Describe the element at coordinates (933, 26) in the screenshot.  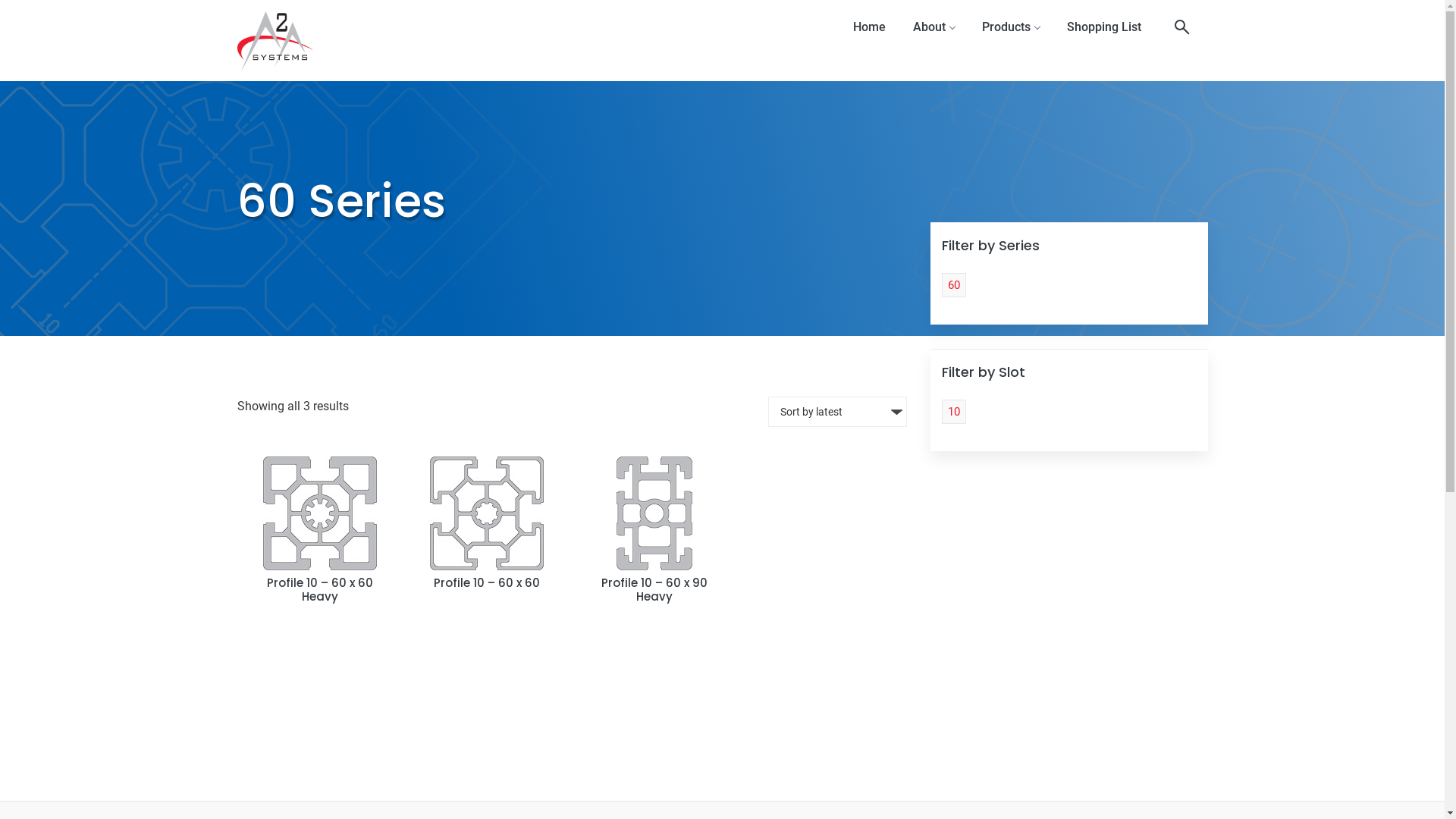
I see `'About'` at that location.